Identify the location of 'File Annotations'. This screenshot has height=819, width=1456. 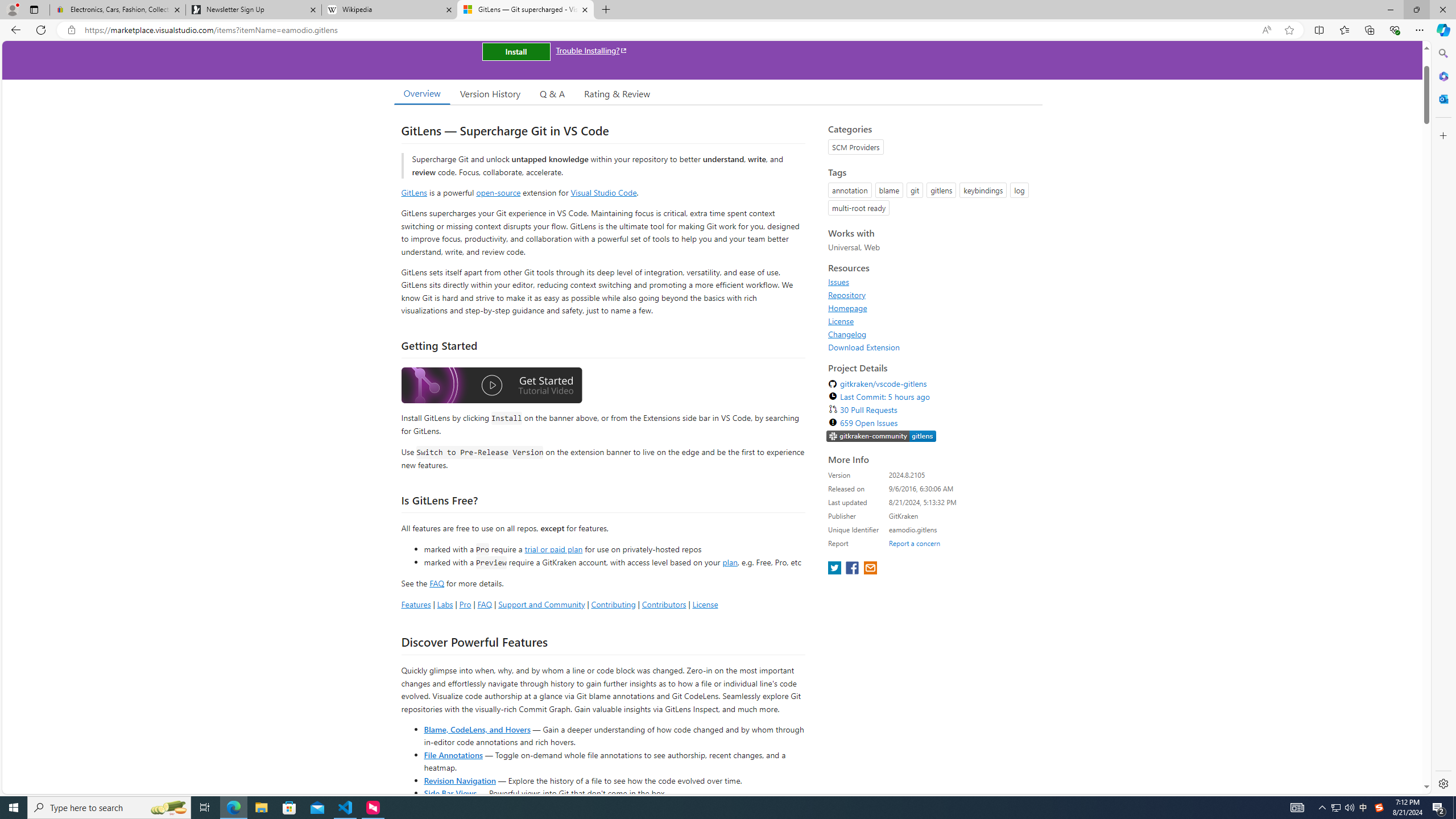
(453, 754).